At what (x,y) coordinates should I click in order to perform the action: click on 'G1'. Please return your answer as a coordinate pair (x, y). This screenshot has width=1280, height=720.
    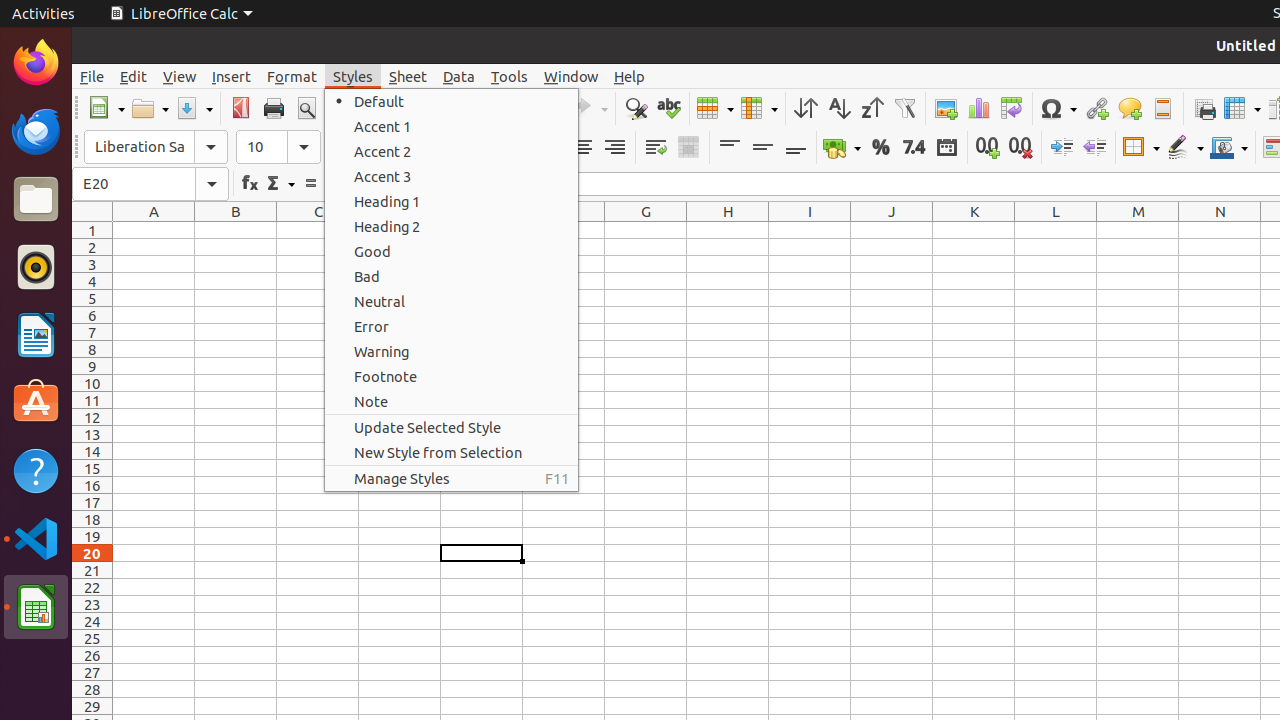
    Looking at the image, I should click on (646, 229).